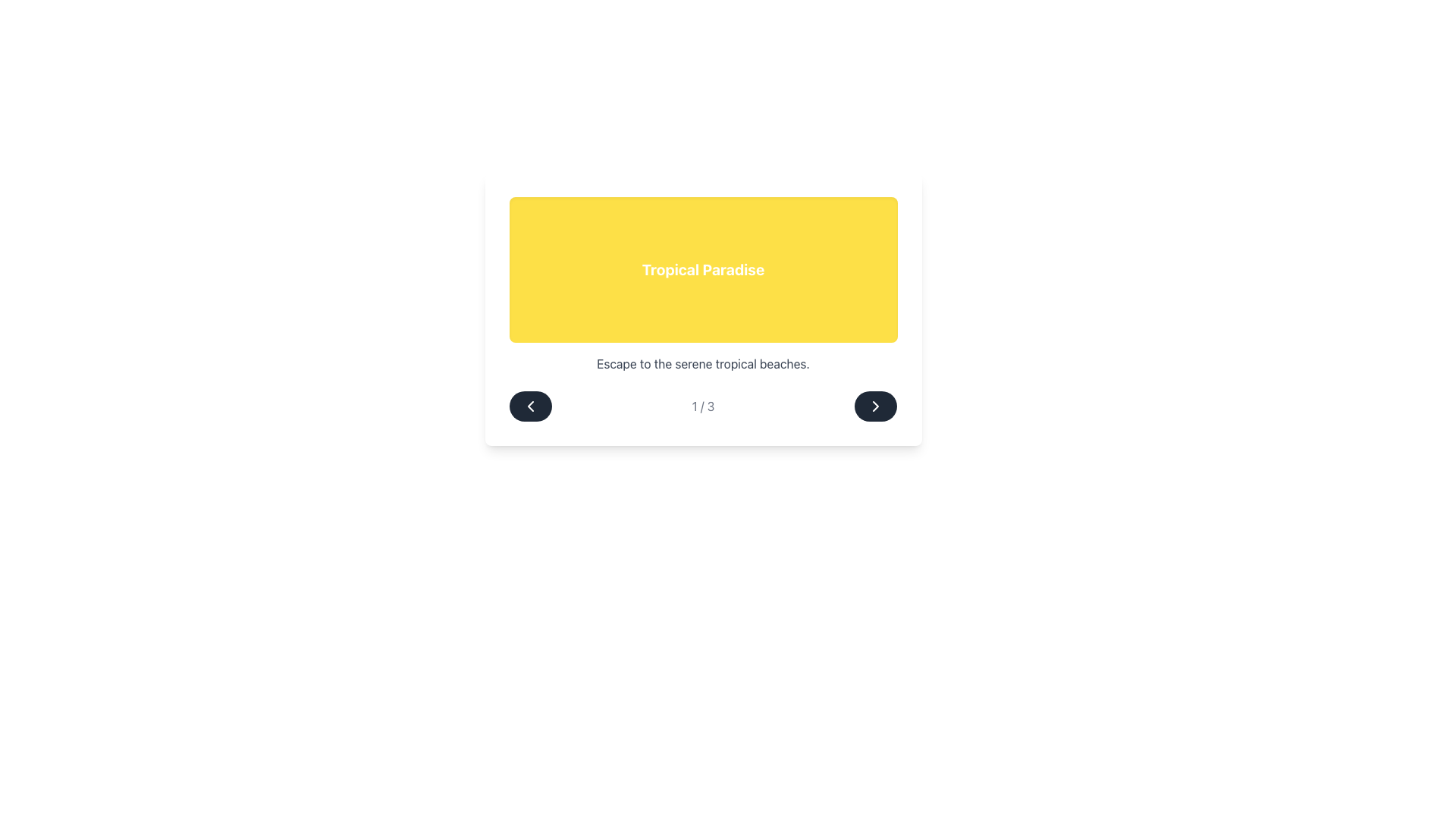  What do you see at coordinates (876, 406) in the screenshot?
I see `the arrow icon within the circular button located at the bottom-right corner of the card component` at bounding box center [876, 406].